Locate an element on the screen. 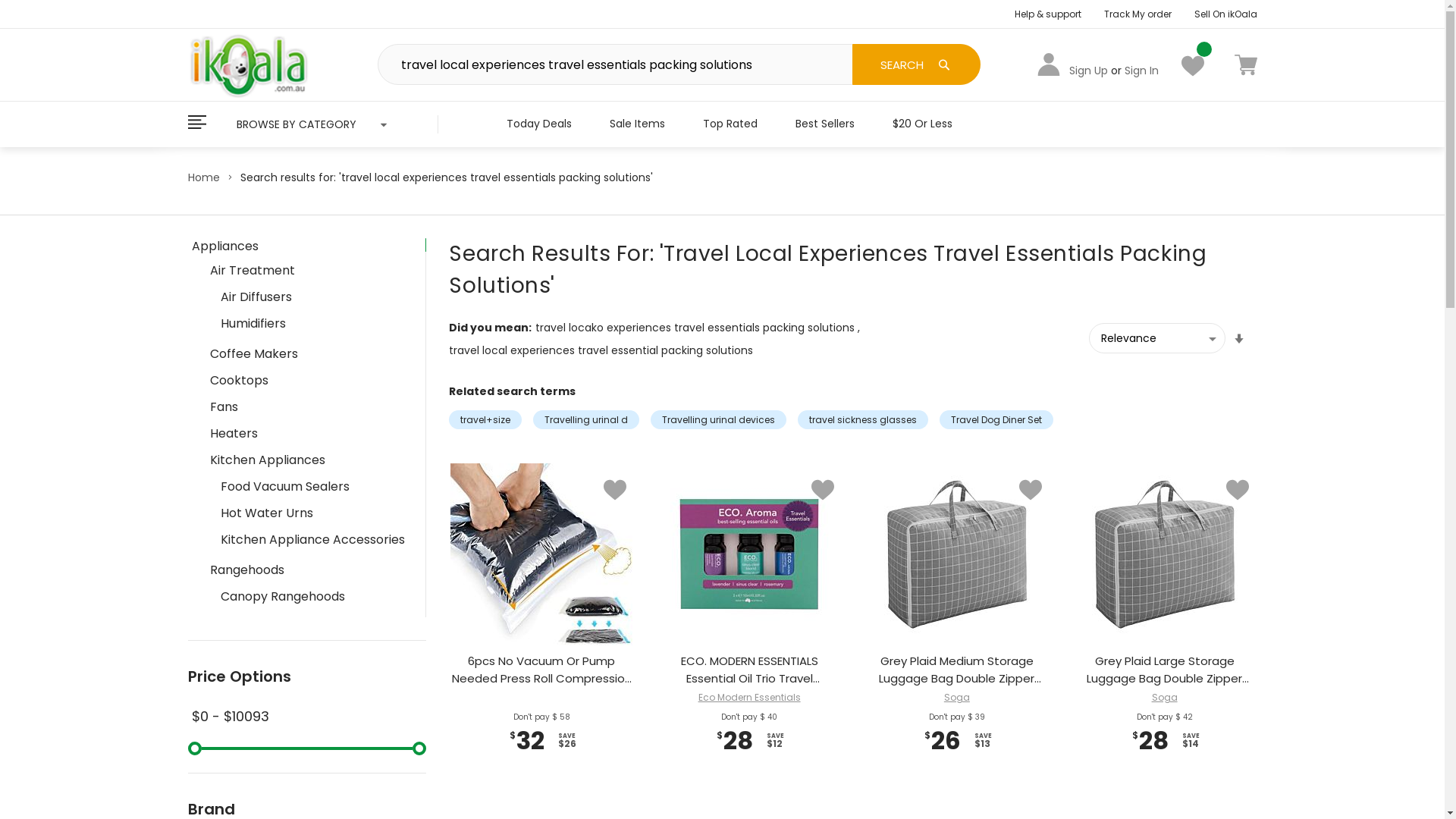 Image resolution: width=1456 pixels, height=819 pixels. 'travel+size' is located at coordinates (484, 420).